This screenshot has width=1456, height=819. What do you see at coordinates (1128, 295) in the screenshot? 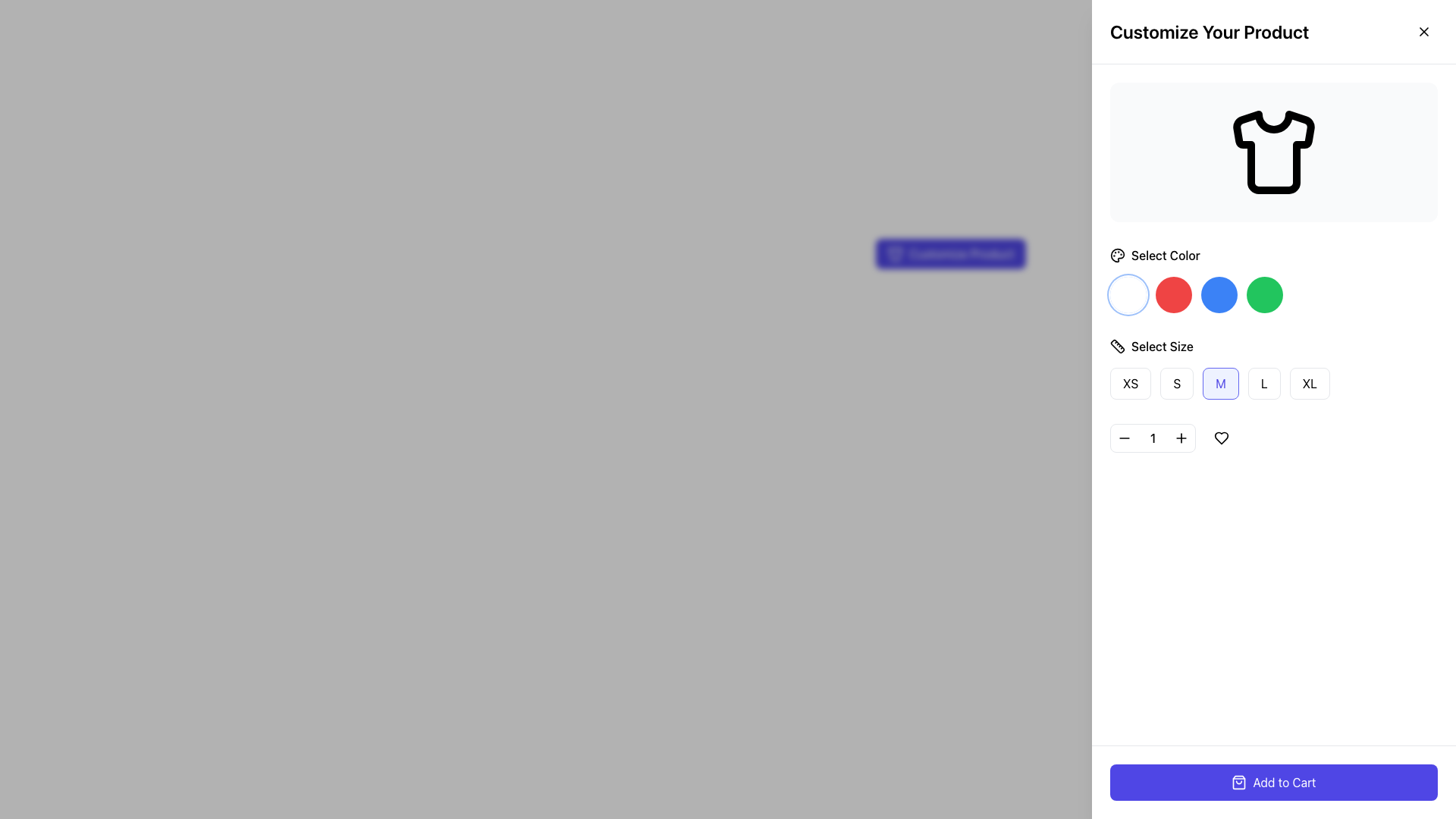
I see `the first circular button to the left of the red, blue, and green buttons beneath the title 'Select Color'` at bounding box center [1128, 295].